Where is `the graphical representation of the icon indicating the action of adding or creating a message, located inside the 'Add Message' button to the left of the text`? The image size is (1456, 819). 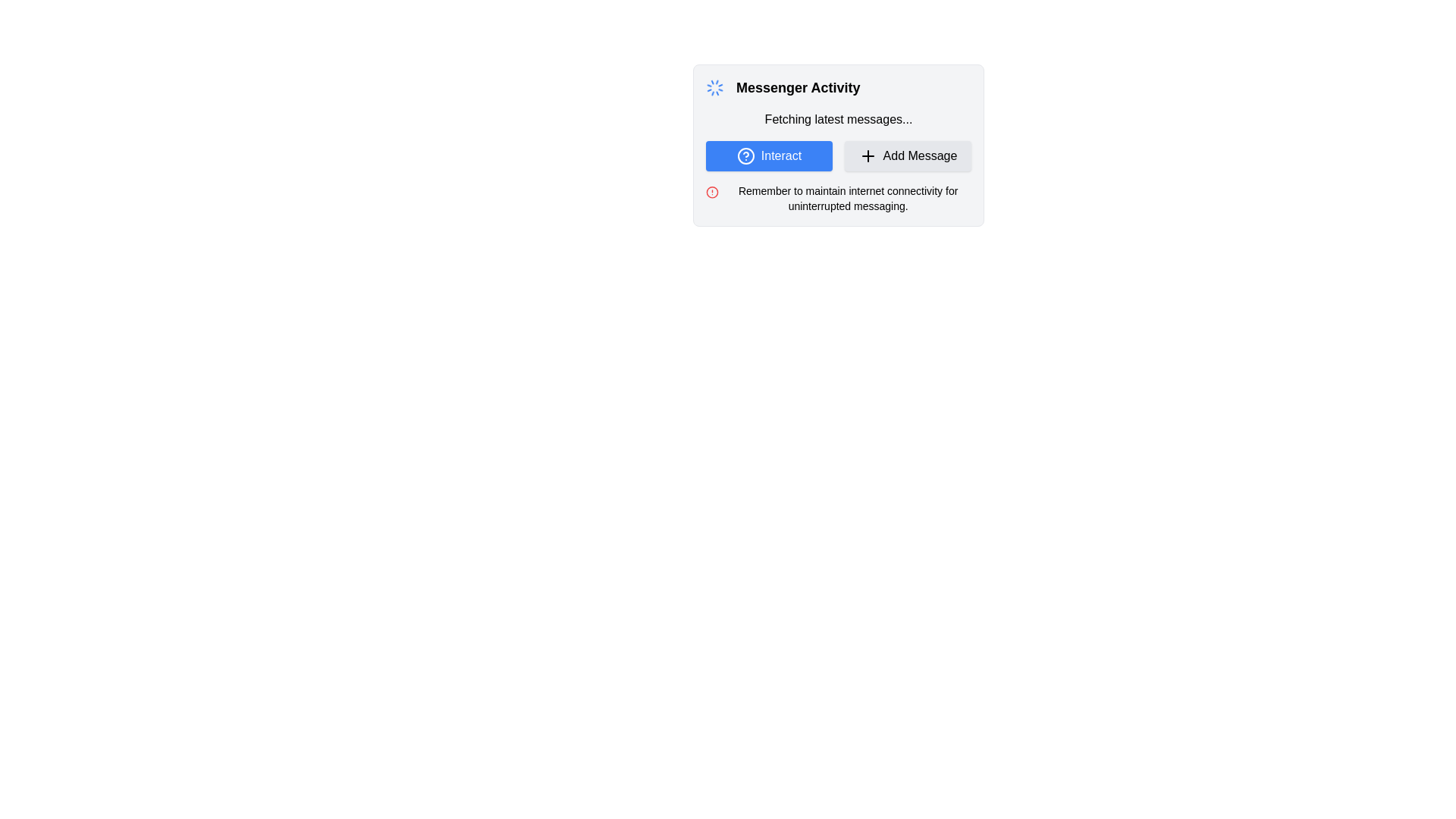 the graphical representation of the icon indicating the action of adding or creating a message, located inside the 'Add Message' button to the left of the text is located at coordinates (868, 155).